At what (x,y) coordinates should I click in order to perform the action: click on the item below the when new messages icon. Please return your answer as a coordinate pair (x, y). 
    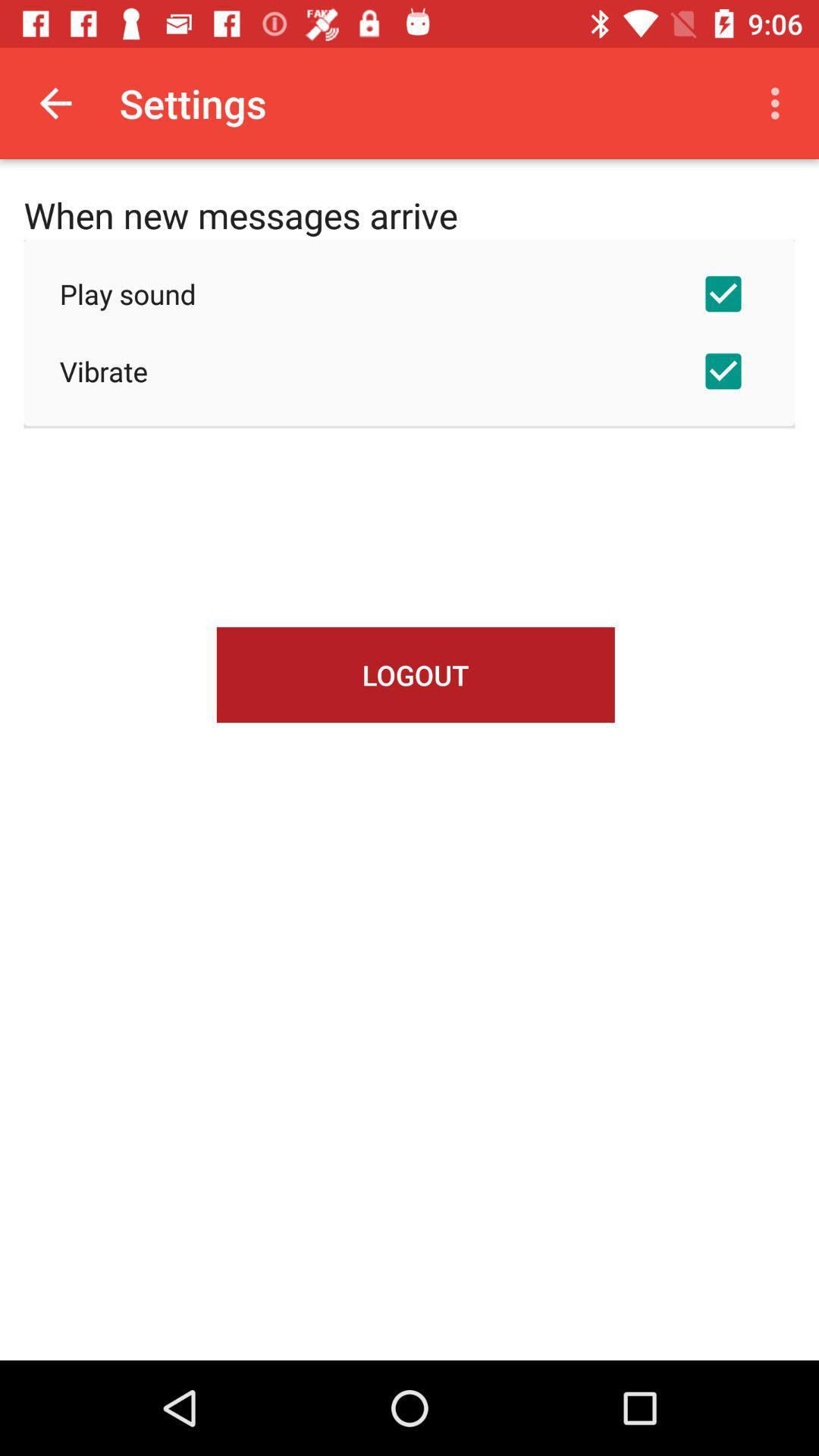
    Looking at the image, I should click on (409, 293).